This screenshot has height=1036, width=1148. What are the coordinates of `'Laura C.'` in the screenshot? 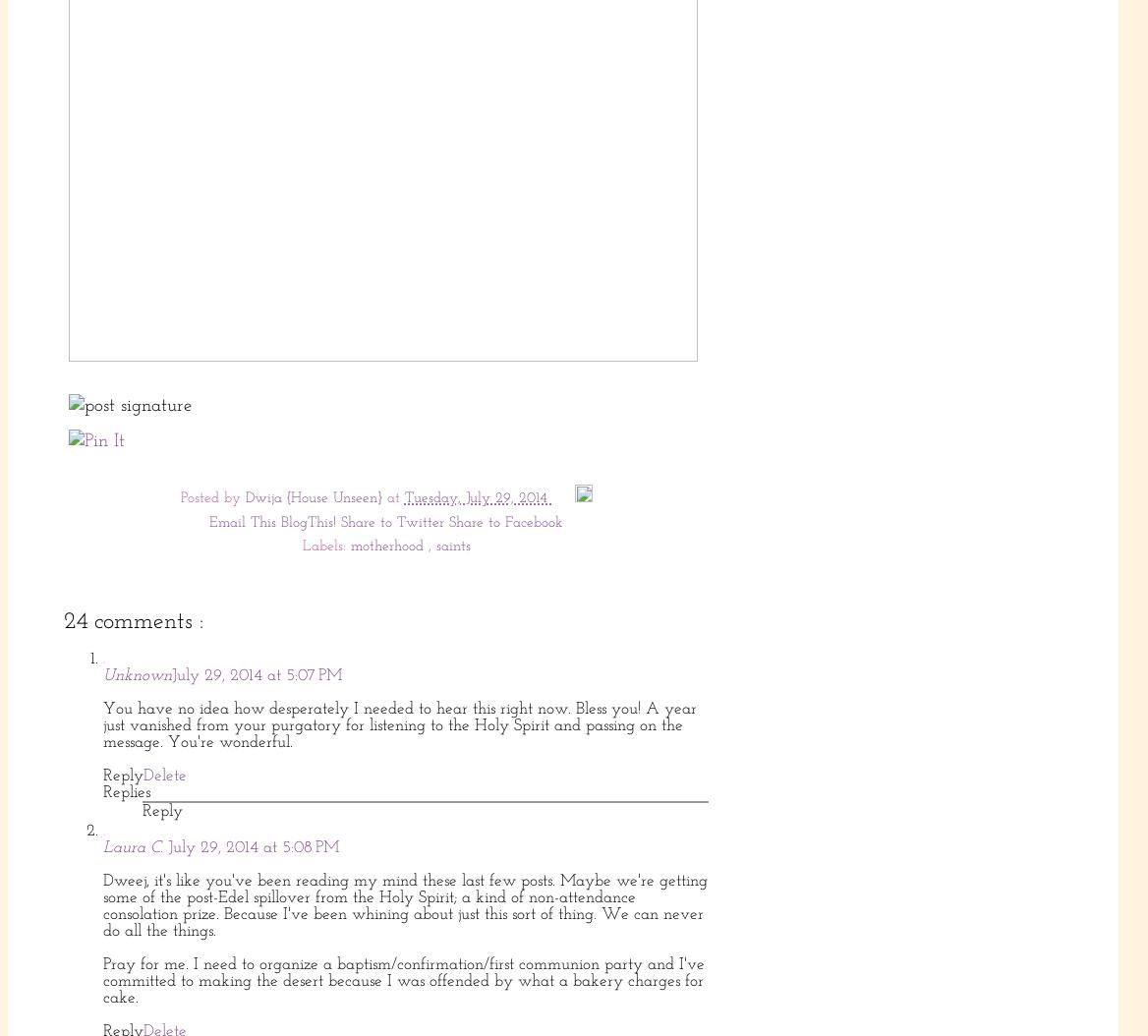 It's located at (135, 847).